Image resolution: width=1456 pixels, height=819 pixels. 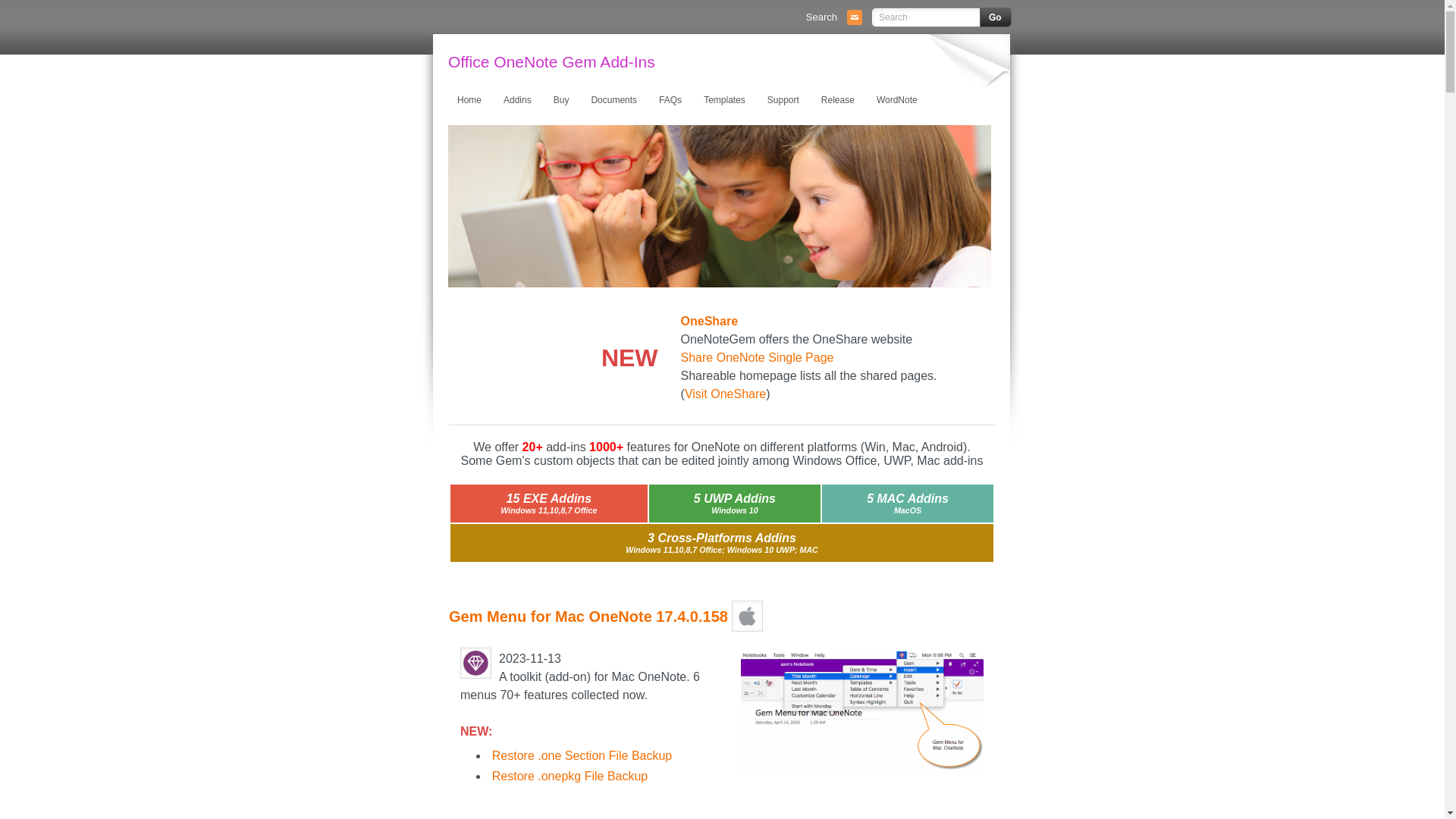 What do you see at coordinates (907, 504) in the screenshot?
I see `'5 MAC Addins` at bounding box center [907, 504].